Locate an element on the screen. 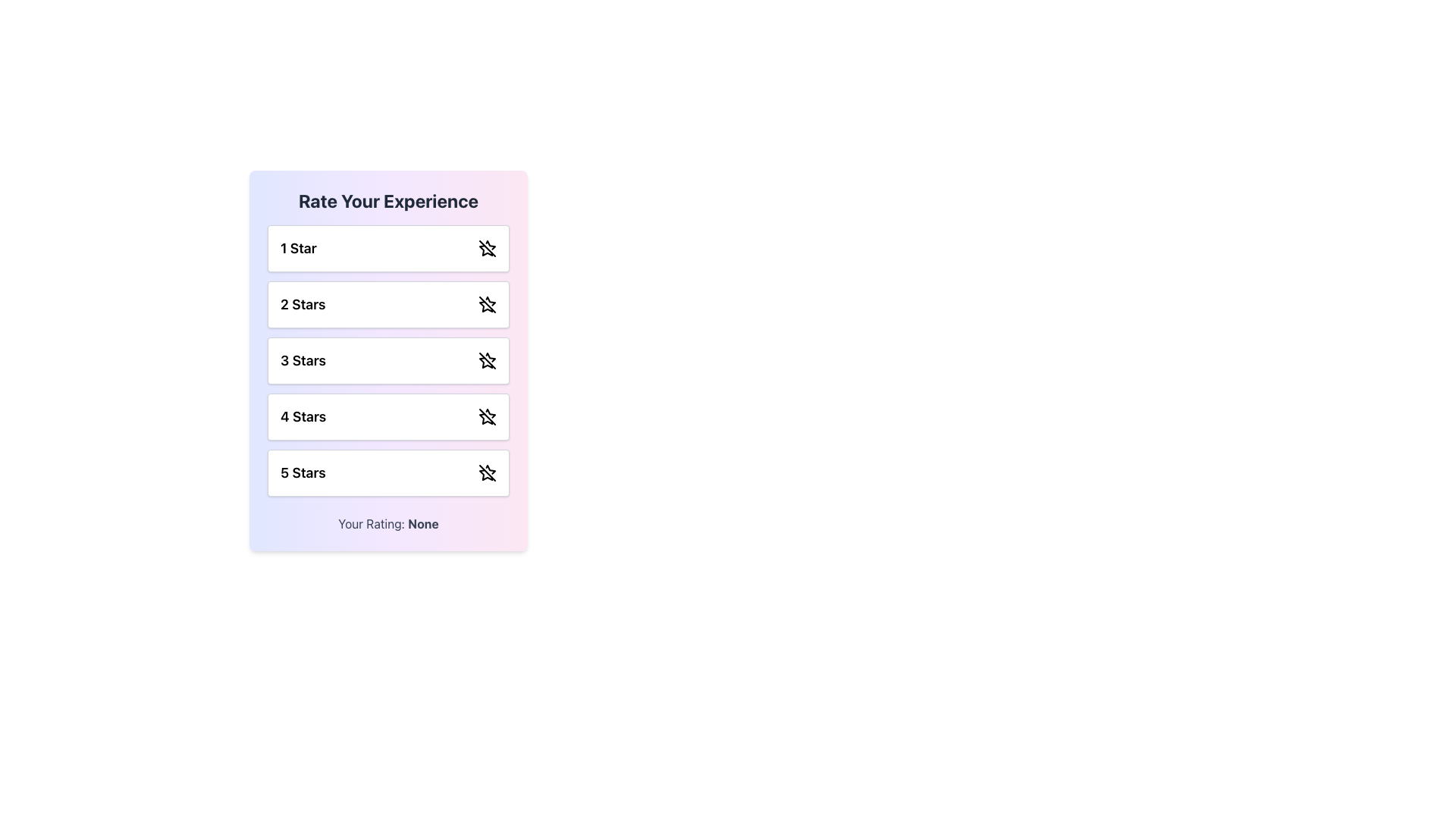 This screenshot has height=819, width=1456. the 5-star rating button located at the bottom of the star rating list for keyboard interaction is located at coordinates (388, 472).